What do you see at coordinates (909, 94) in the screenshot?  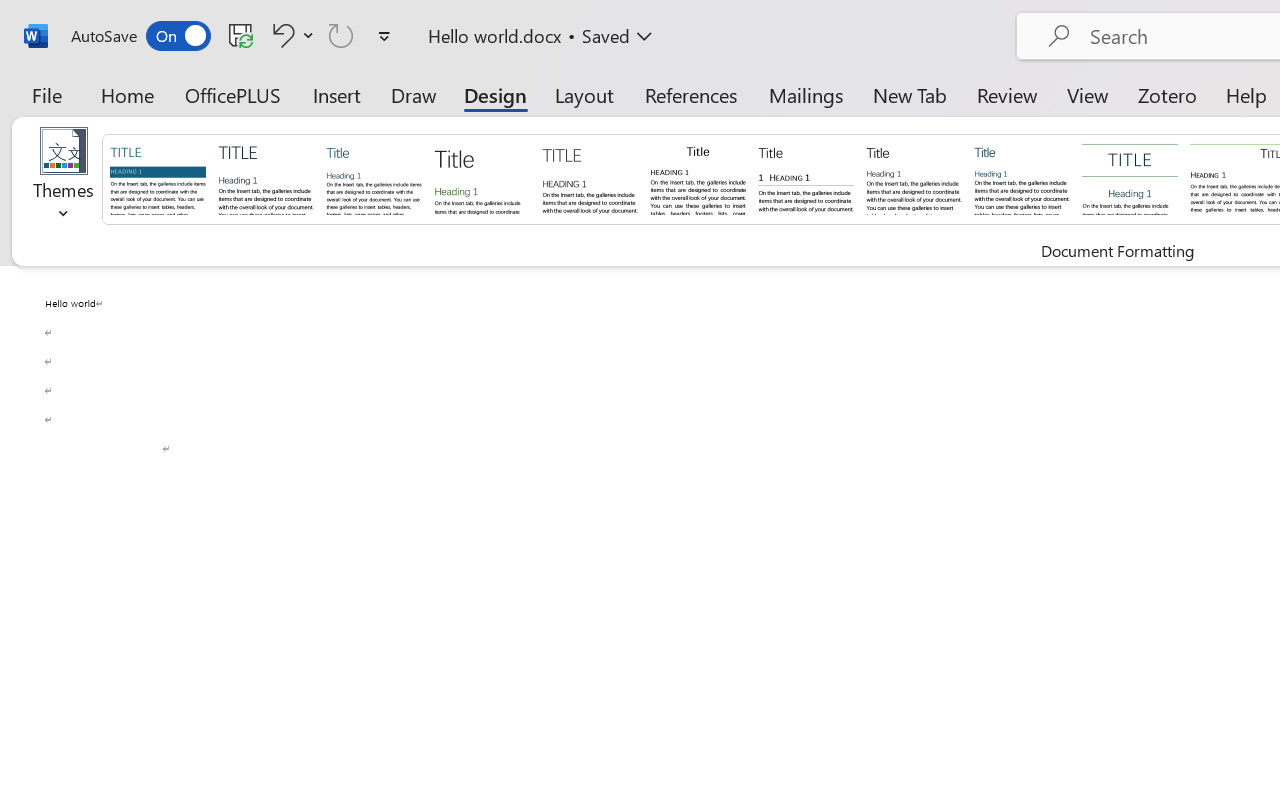 I see `'New Tab'` at bounding box center [909, 94].